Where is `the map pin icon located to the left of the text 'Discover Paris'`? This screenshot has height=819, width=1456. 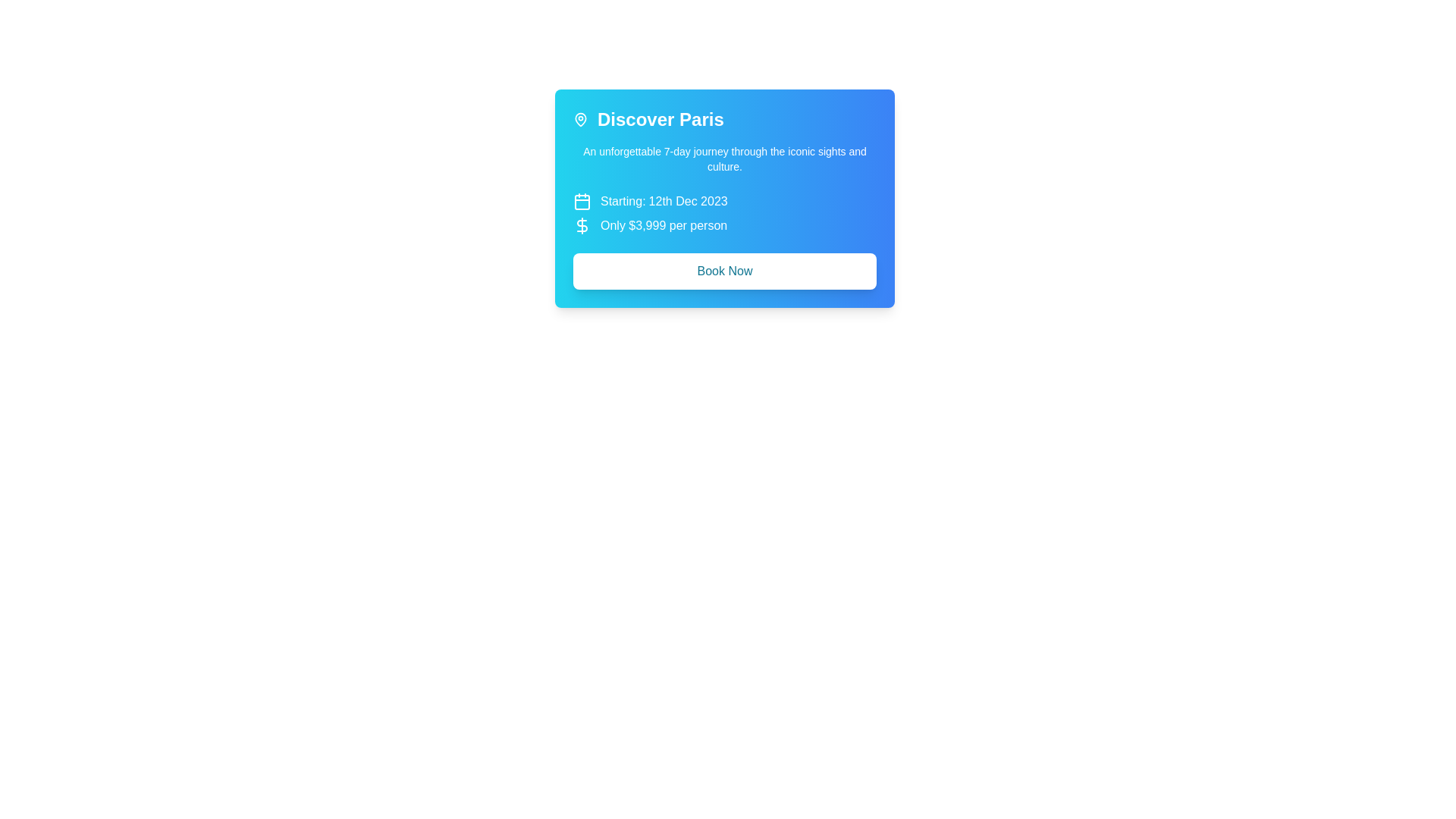 the map pin icon located to the left of the text 'Discover Paris' is located at coordinates (580, 119).